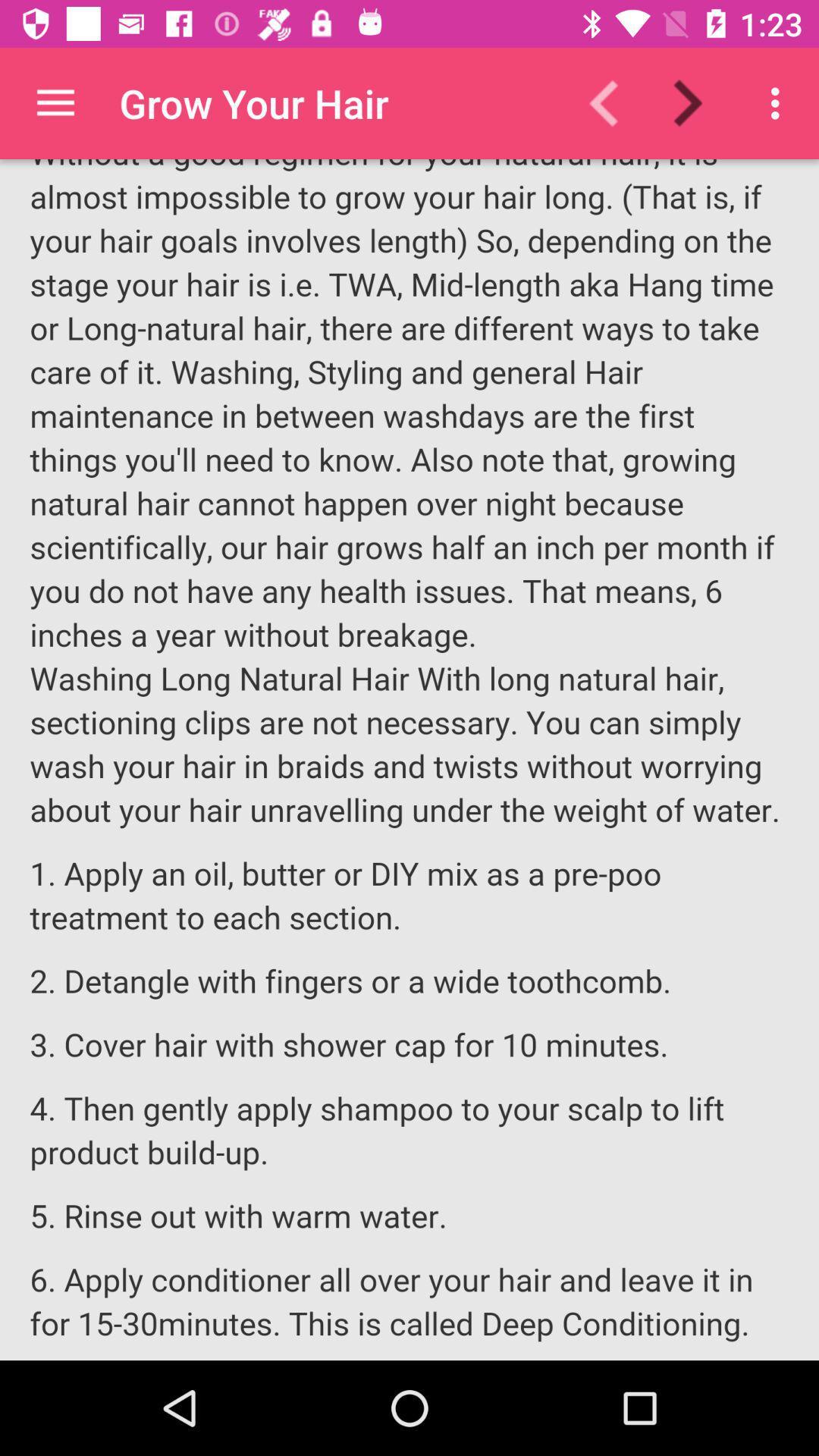 The width and height of the screenshot is (819, 1456). I want to click on back word, so click(613, 102).